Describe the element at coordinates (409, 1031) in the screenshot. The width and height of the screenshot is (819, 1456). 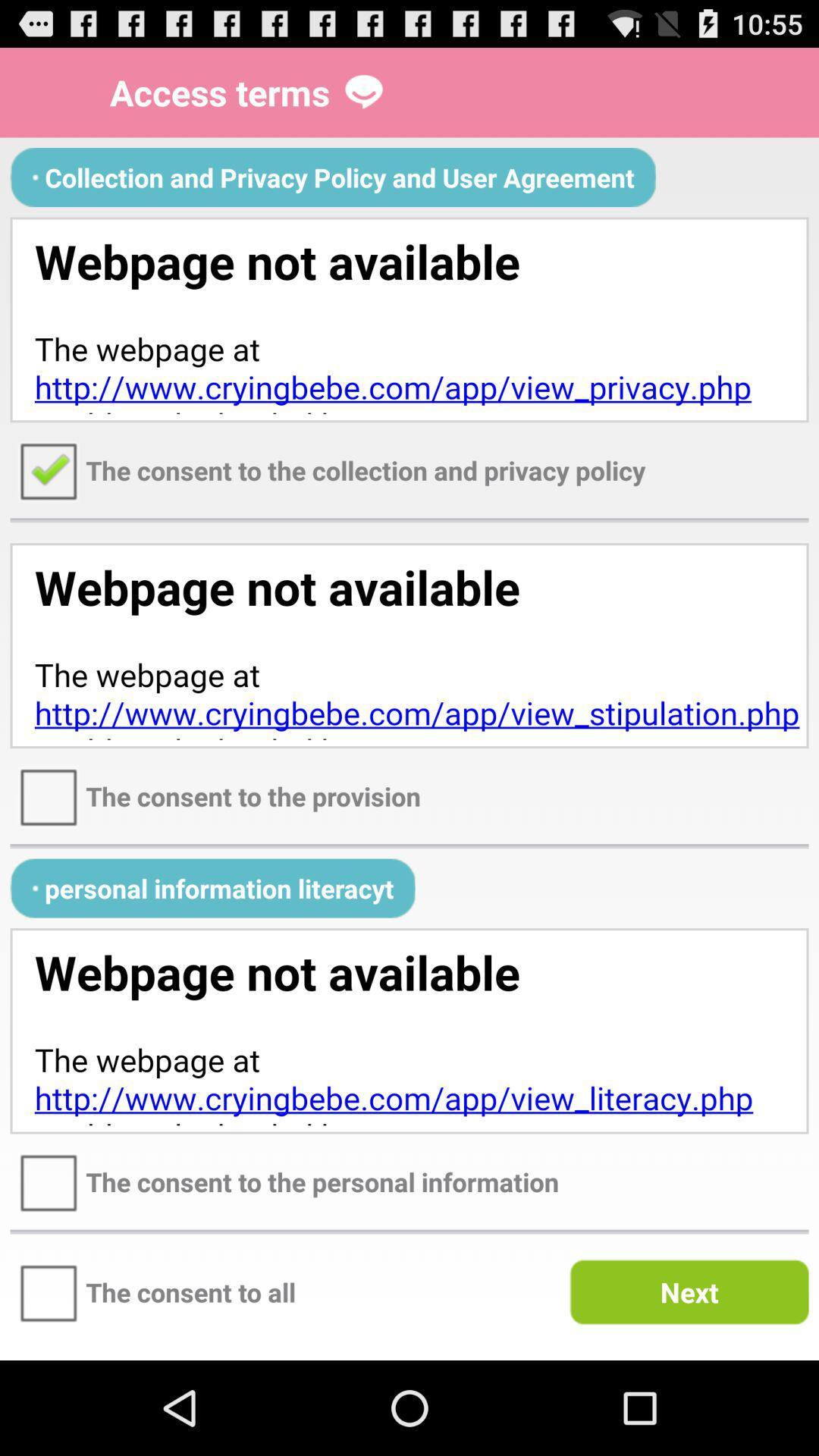
I see `for adverisment` at that location.